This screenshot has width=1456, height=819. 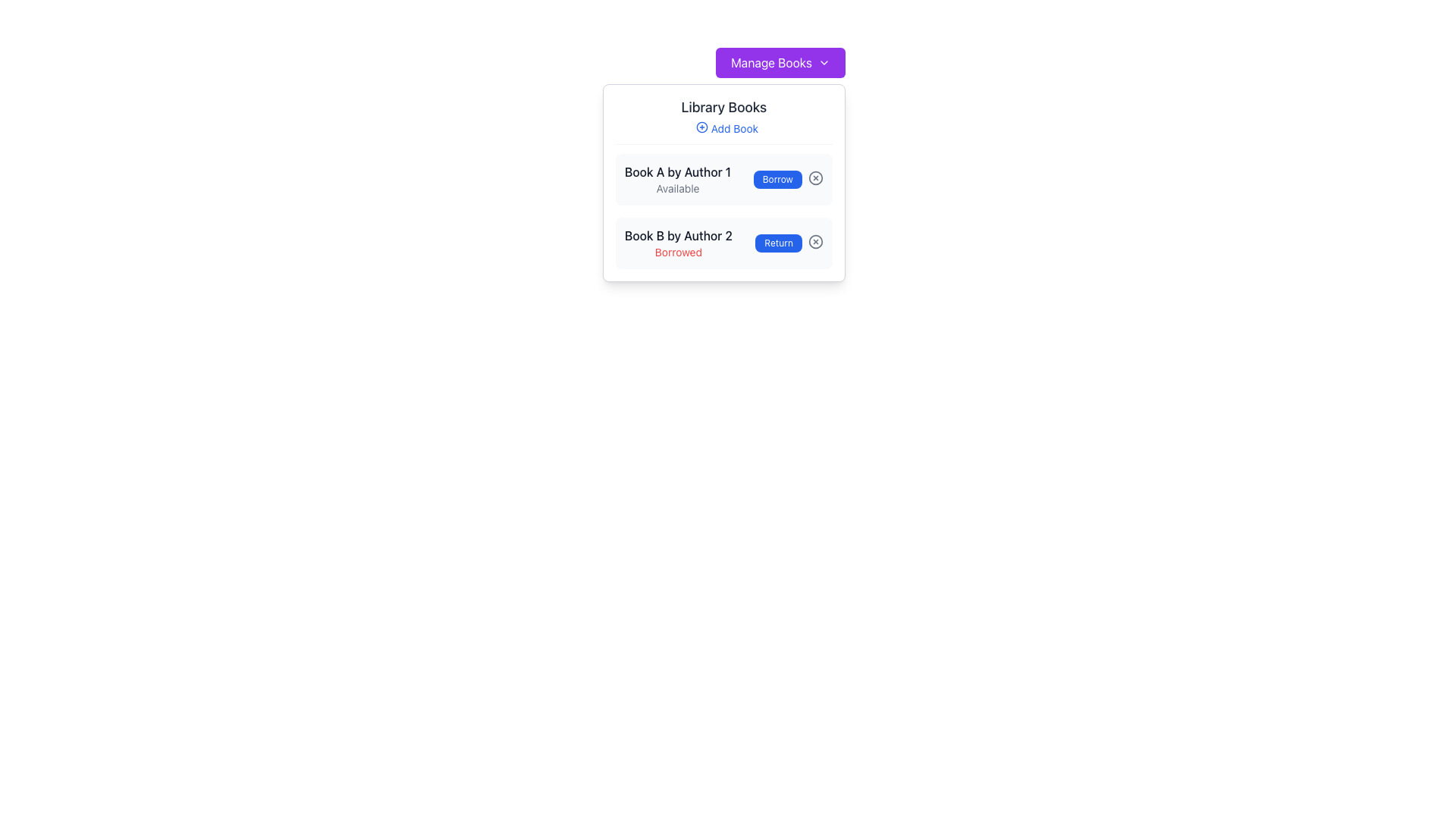 I want to click on the text label displaying 'Book B by Author 2', which is styled with a medium-weight font and dark gray color, positioned above the status label 'Borrowed' in the book list, so click(x=677, y=236).